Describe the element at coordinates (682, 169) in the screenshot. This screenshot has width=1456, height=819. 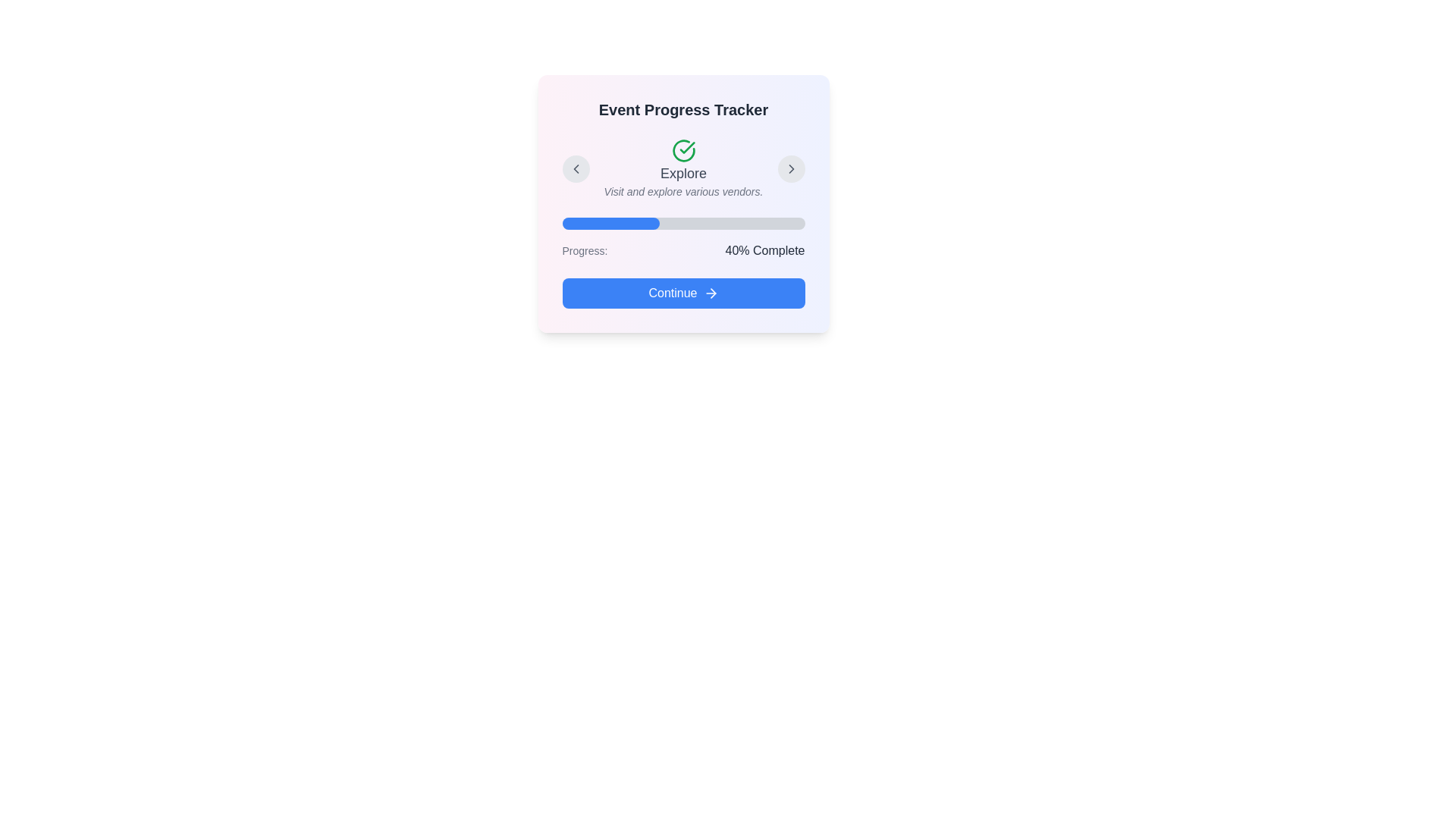
I see `the progress step indicator element located centrally below the title 'Event Progress Tracker'` at that location.